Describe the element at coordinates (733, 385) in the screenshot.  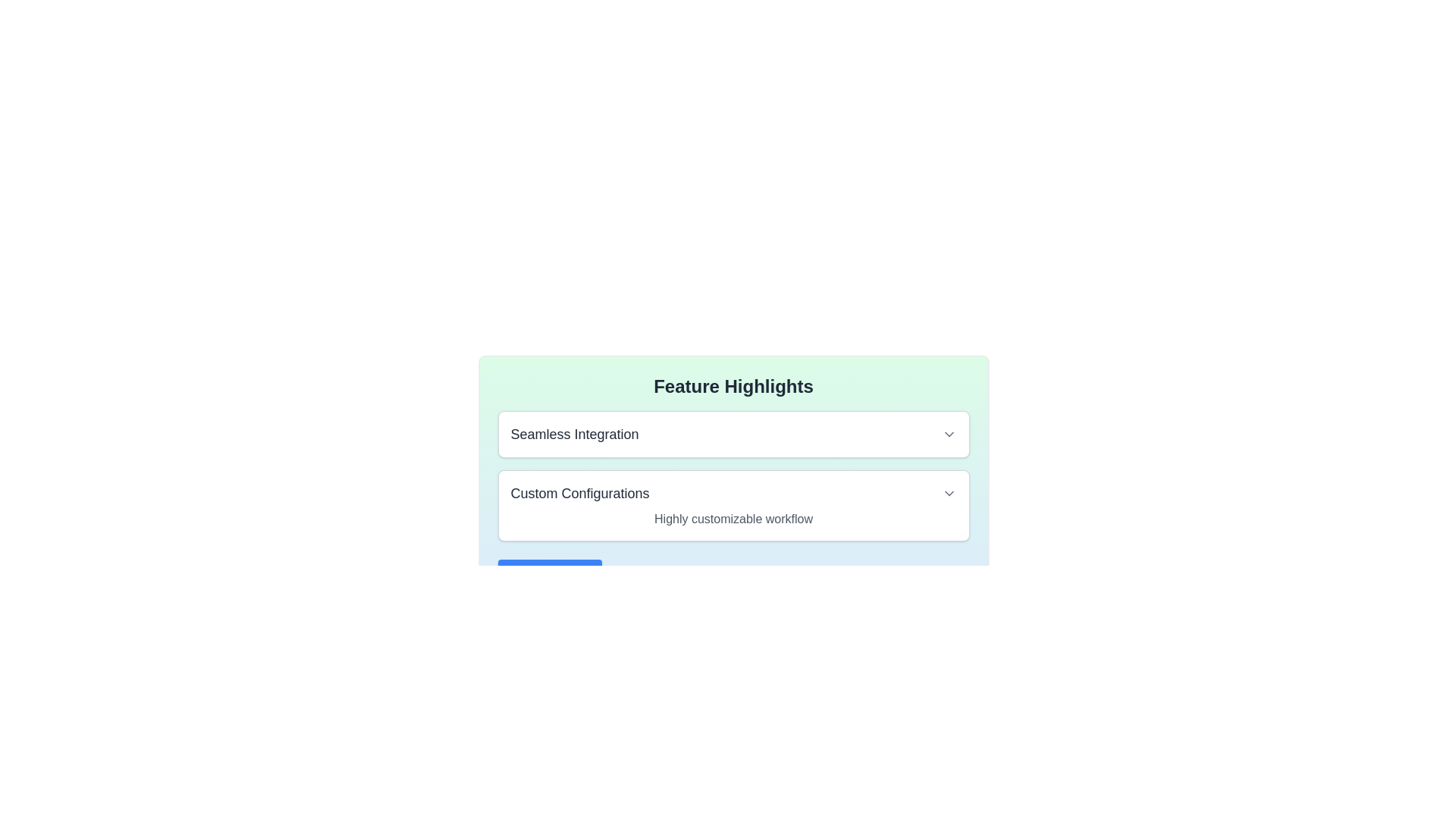
I see `the static text header labeled 'Feature Highlights' which is styled in bold, large font and positioned at the top center of its section with a light gradient background` at that location.